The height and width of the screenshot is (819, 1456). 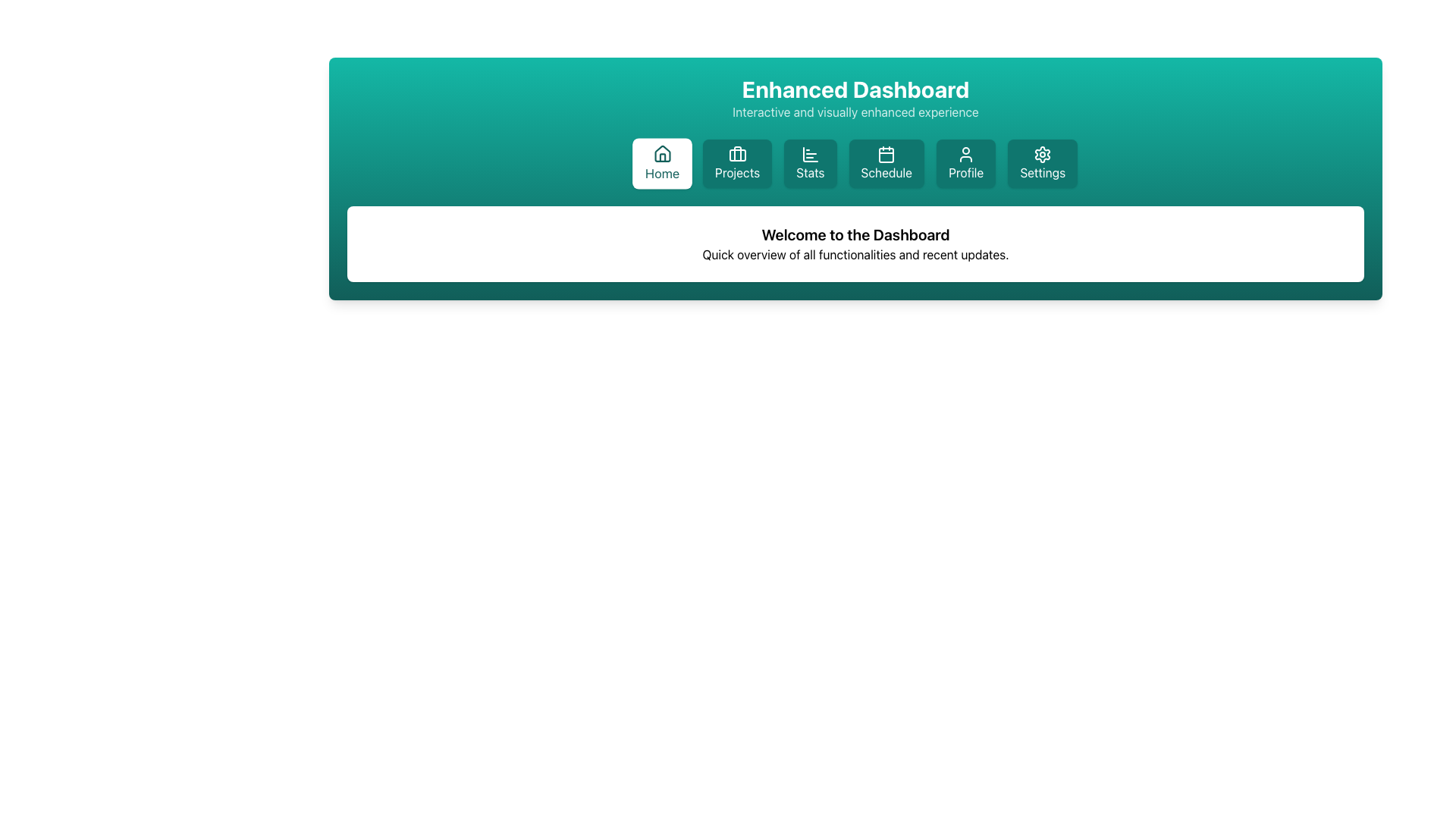 I want to click on text displayed in the 'Profile' label, which is part of the navigational button group at the top of the interface, so click(x=965, y=171).